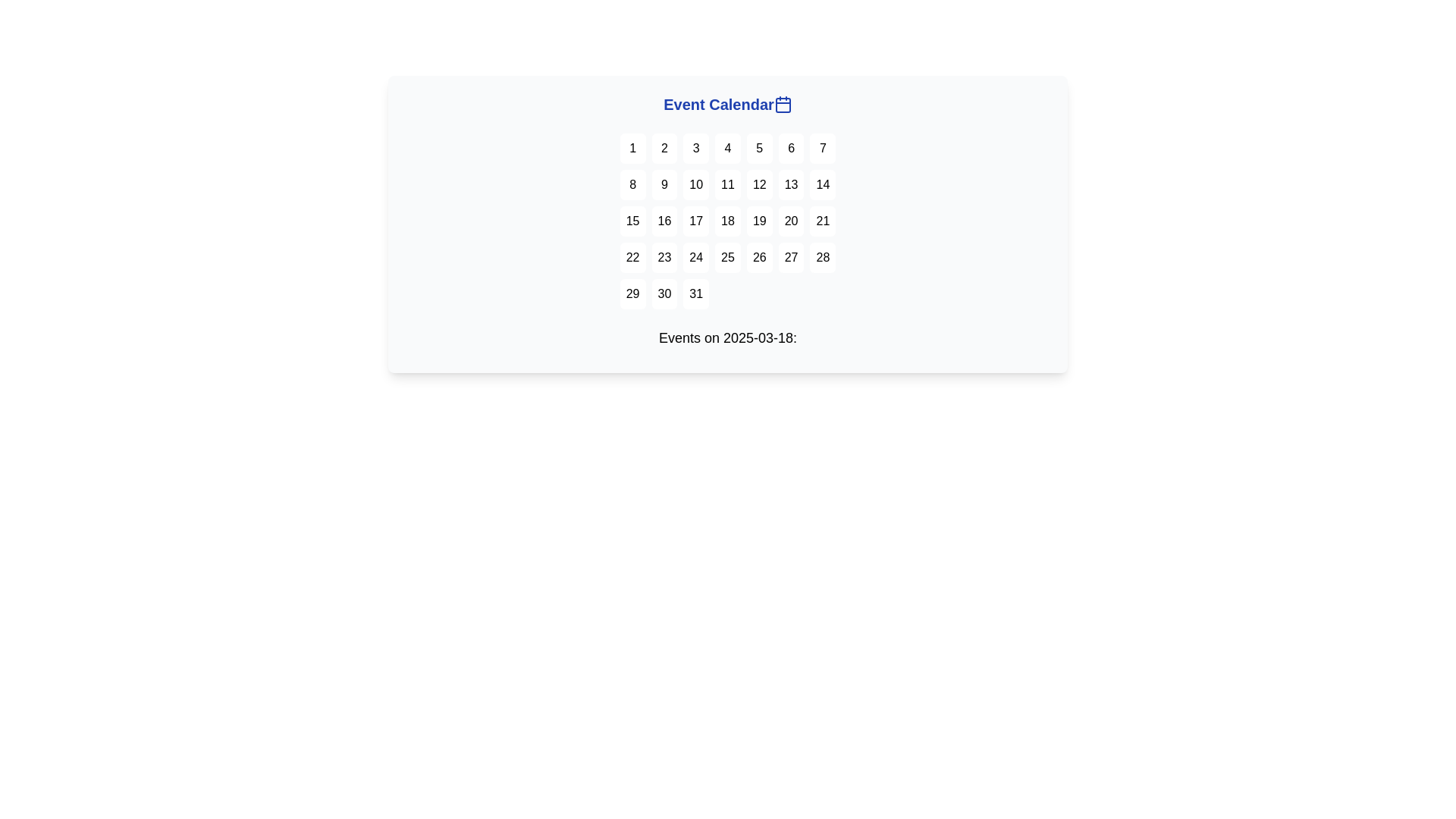 This screenshot has height=819, width=1456. Describe the element at coordinates (695, 184) in the screenshot. I see `the day 10 button in the Event Calendar for keyboard interaction` at that location.